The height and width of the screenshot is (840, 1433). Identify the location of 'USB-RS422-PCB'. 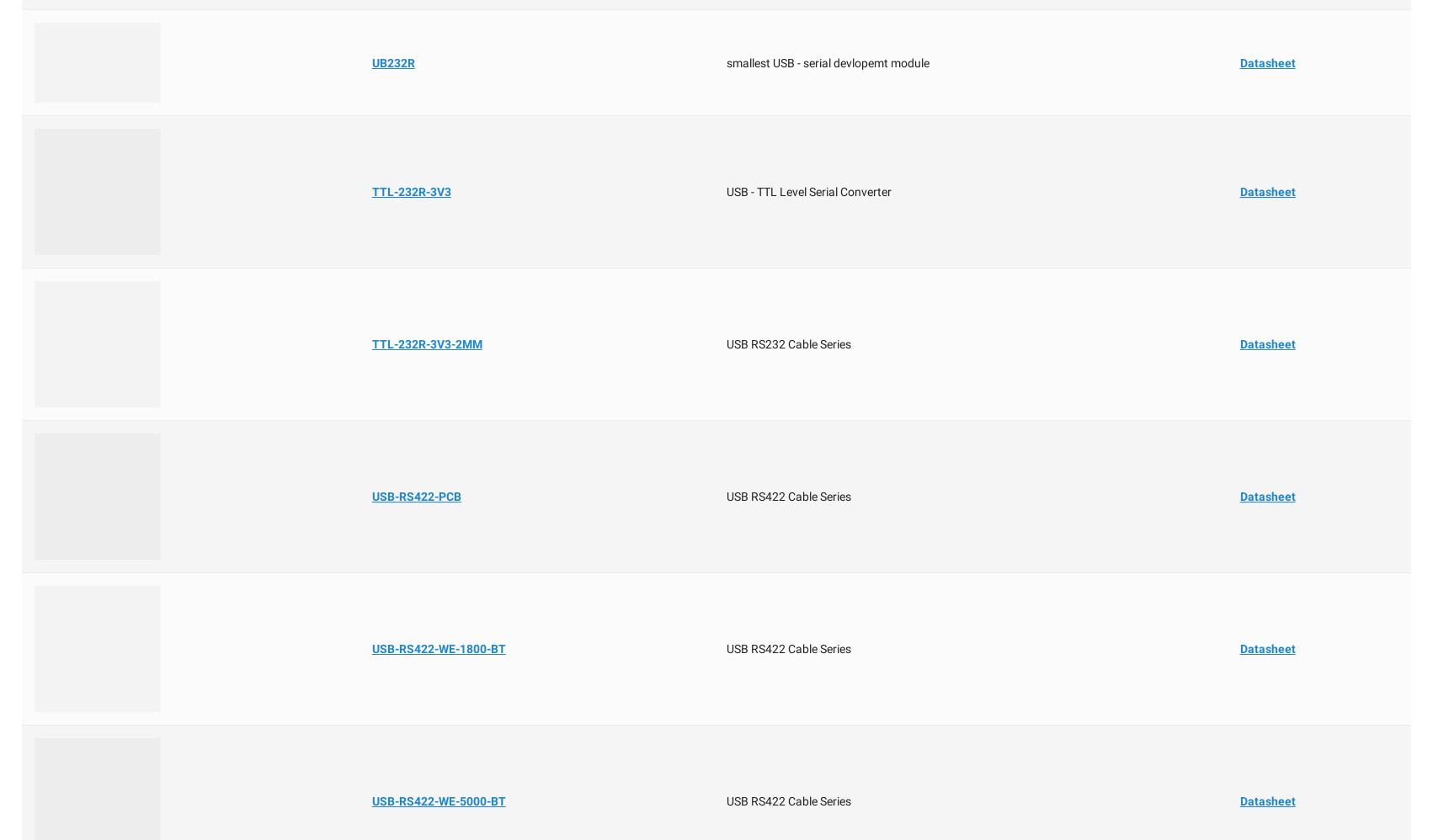
(414, 496).